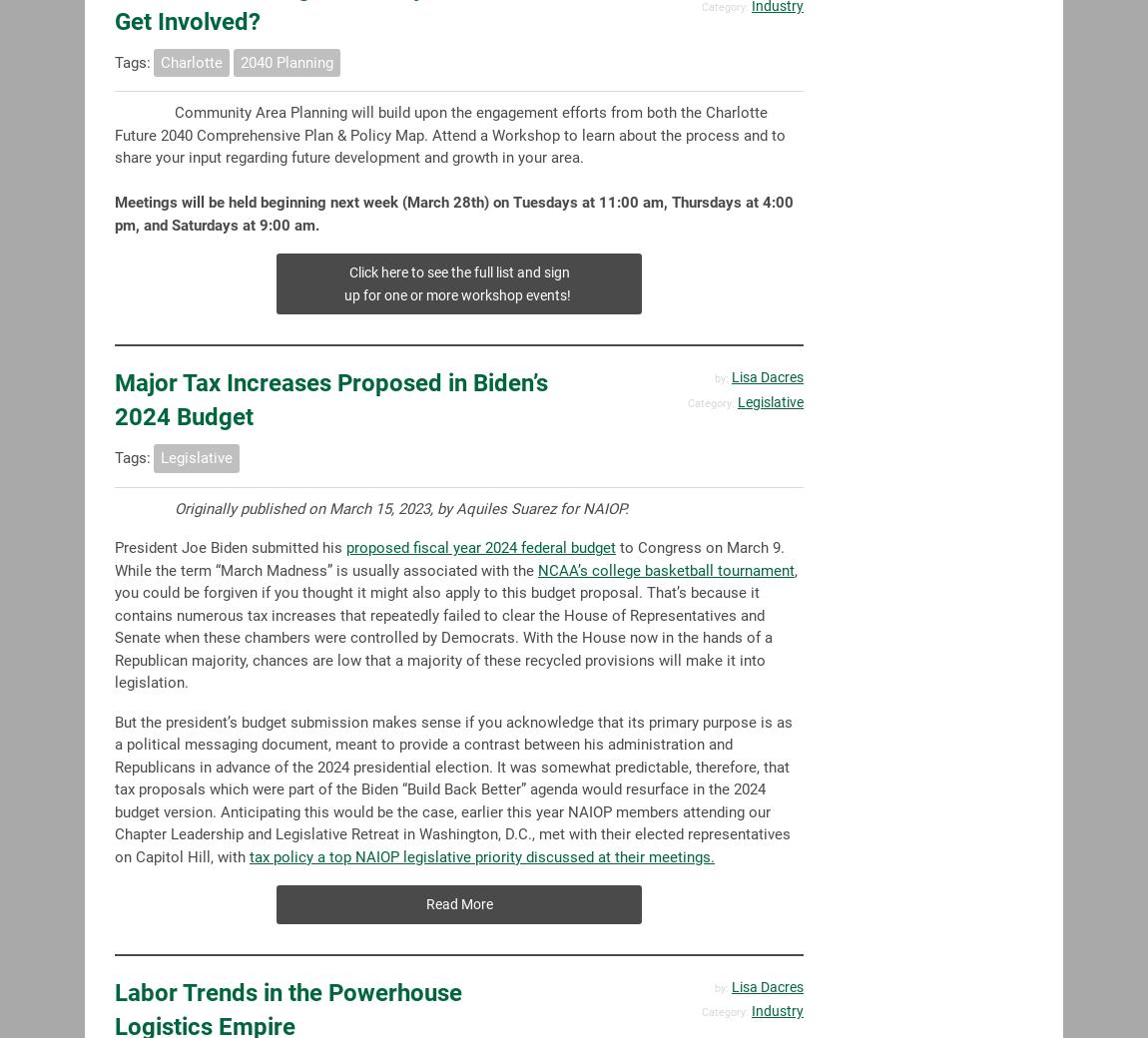 The image size is (1148, 1038). Describe the element at coordinates (454, 214) in the screenshot. I see `'Meetings will be held beginning next week (March 28th) on Tuesdays at 11:00 am, Thursdays at 4:00 pm, and Saturdays at 9:00 am.'` at that location.